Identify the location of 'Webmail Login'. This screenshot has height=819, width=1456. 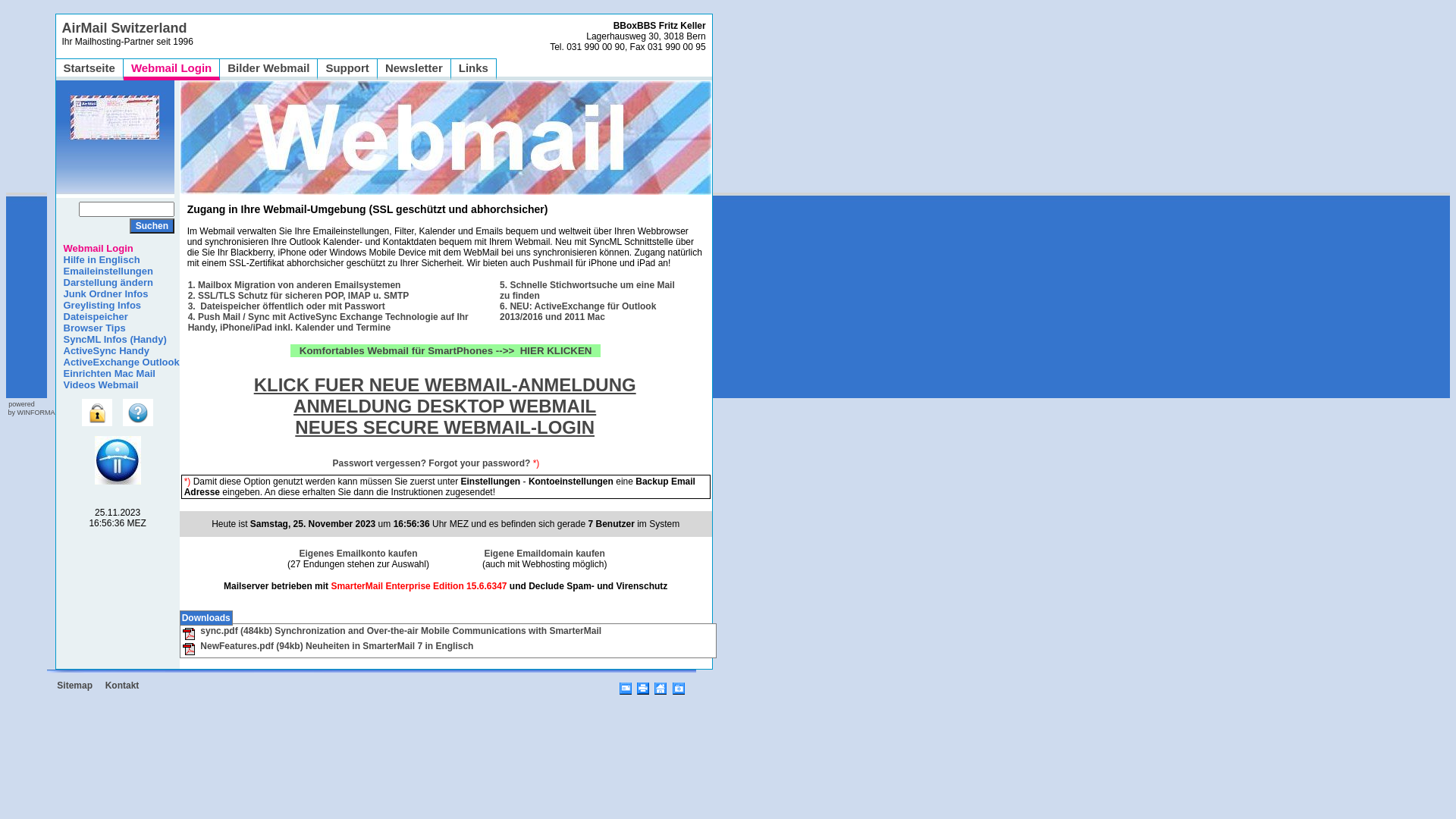
(93, 247).